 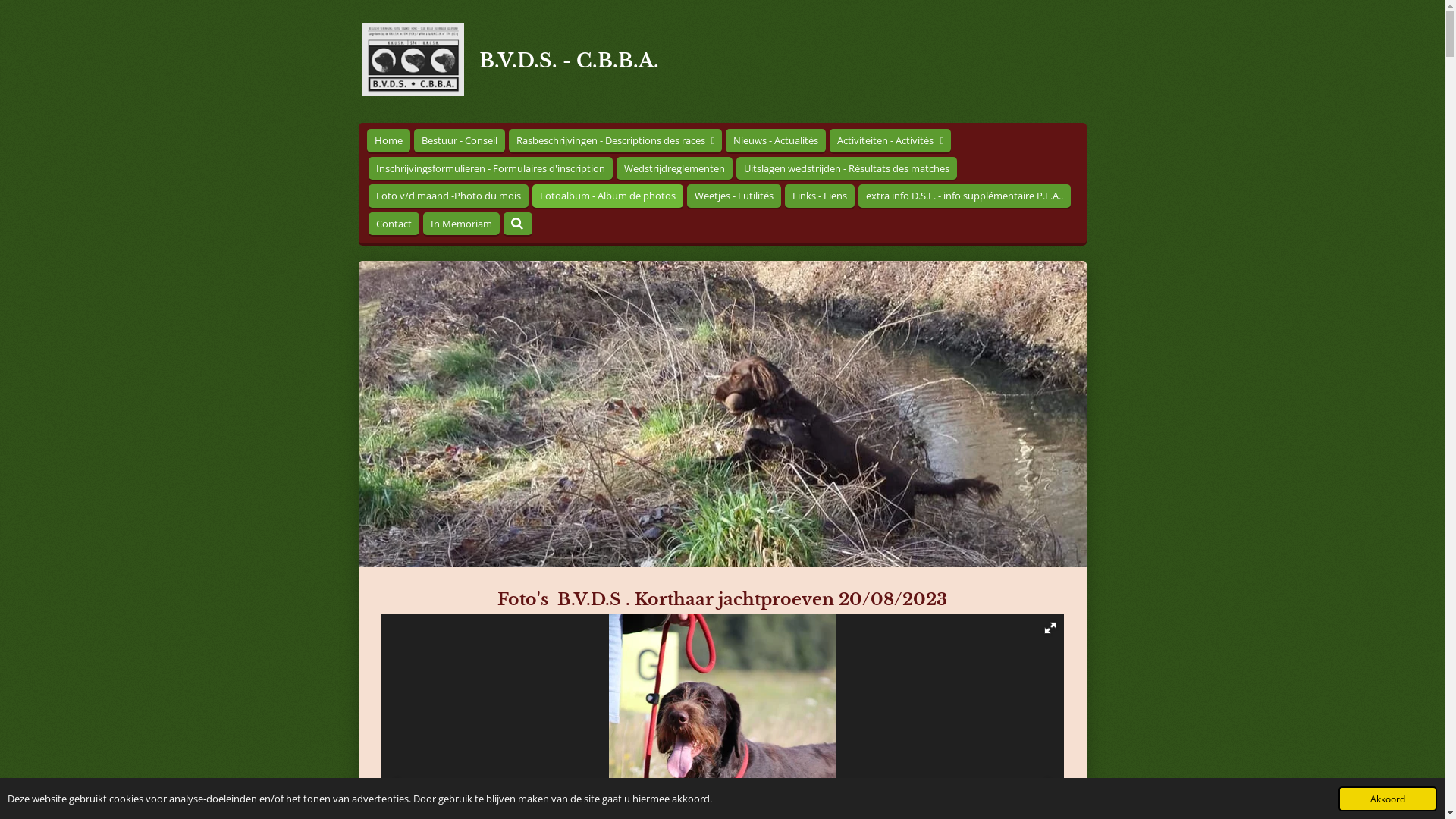 I want to click on 'Contact', so click(x=394, y=224).